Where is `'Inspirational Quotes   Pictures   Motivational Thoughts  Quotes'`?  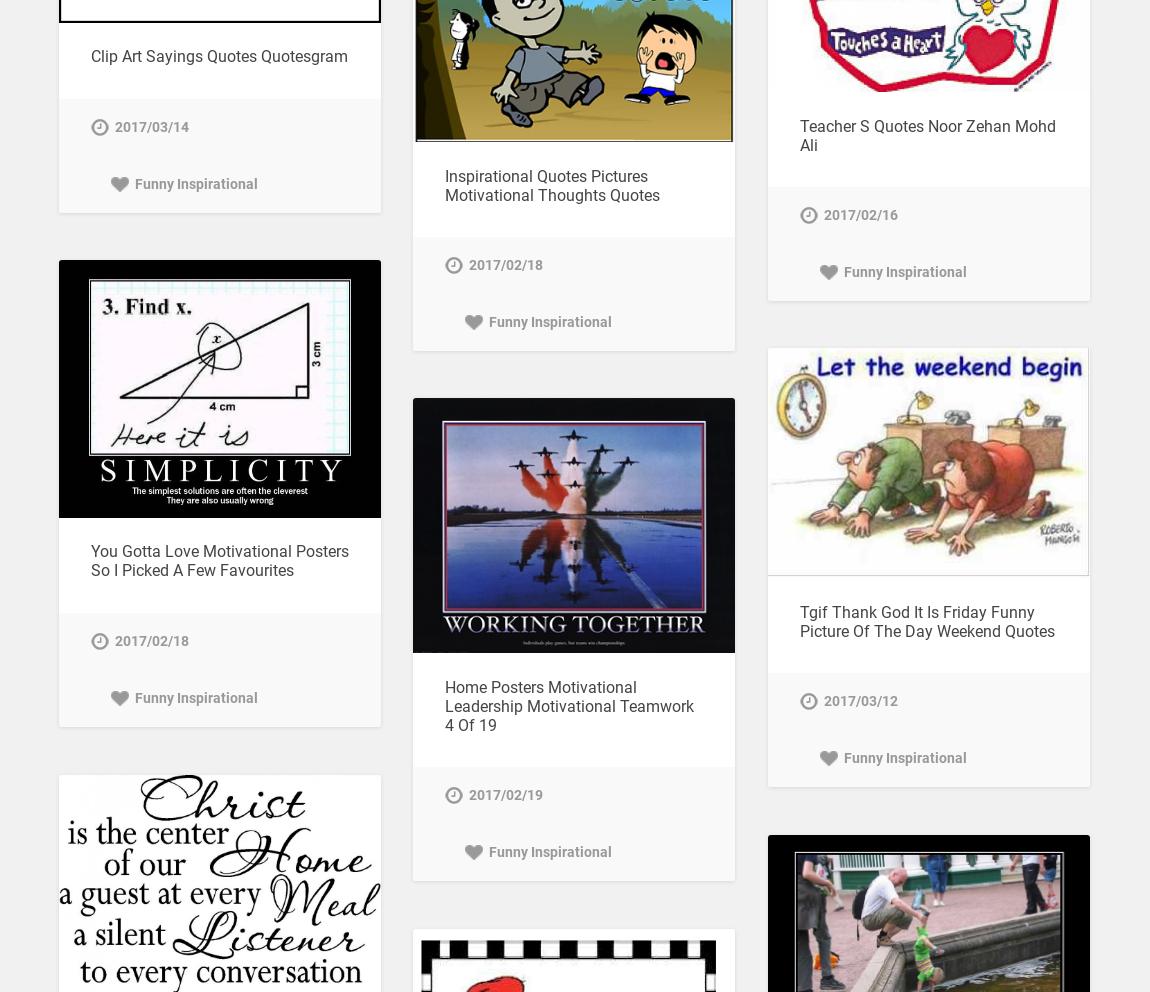 'Inspirational Quotes   Pictures   Motivational Thoughts  Quotes' is located at coordinates (444, 184).